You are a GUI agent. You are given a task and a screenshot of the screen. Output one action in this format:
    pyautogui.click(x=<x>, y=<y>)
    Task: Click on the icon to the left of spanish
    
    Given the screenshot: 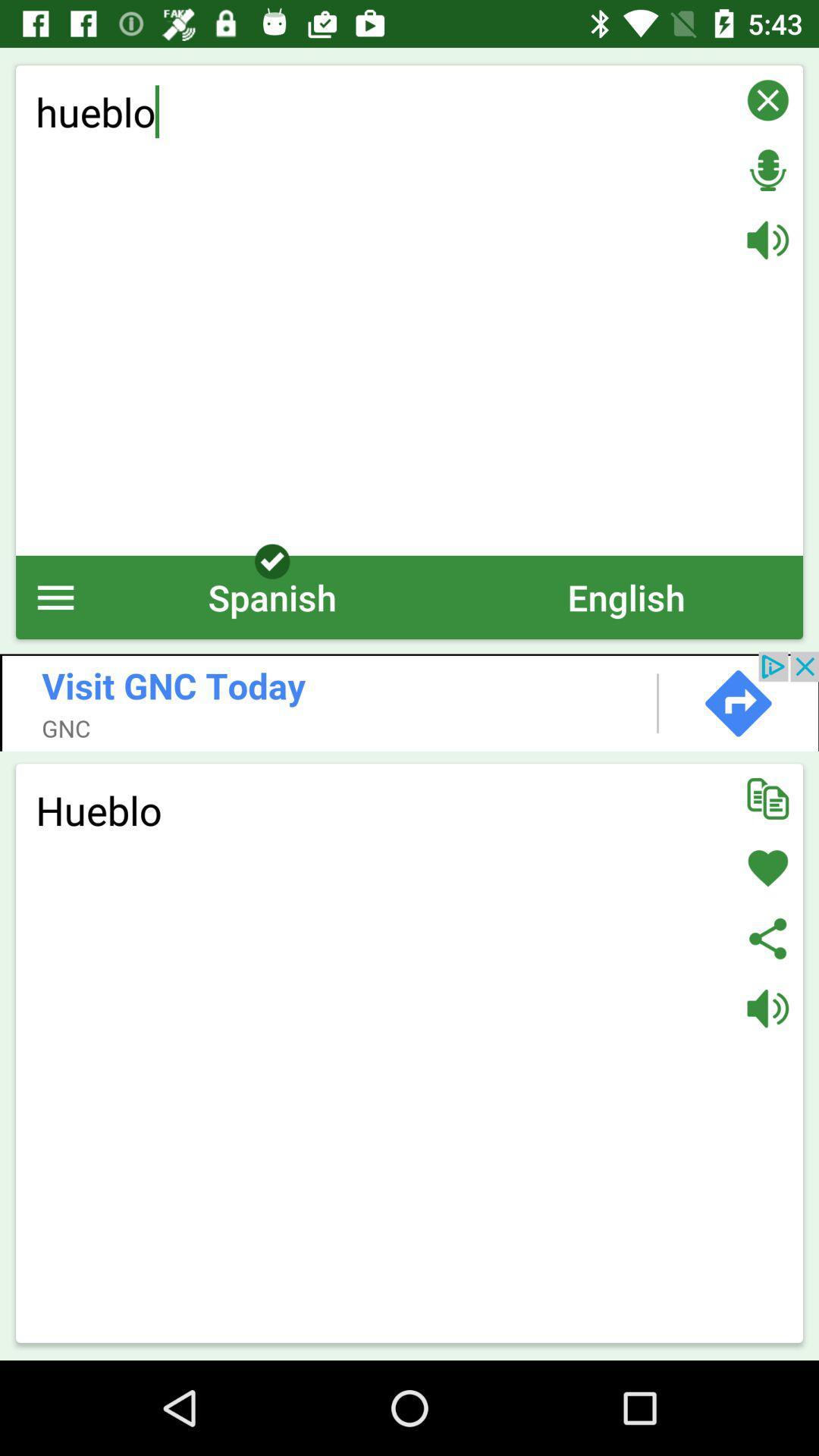 What is the action you would take?
    pyautogui.click(x=55, y=596)
    